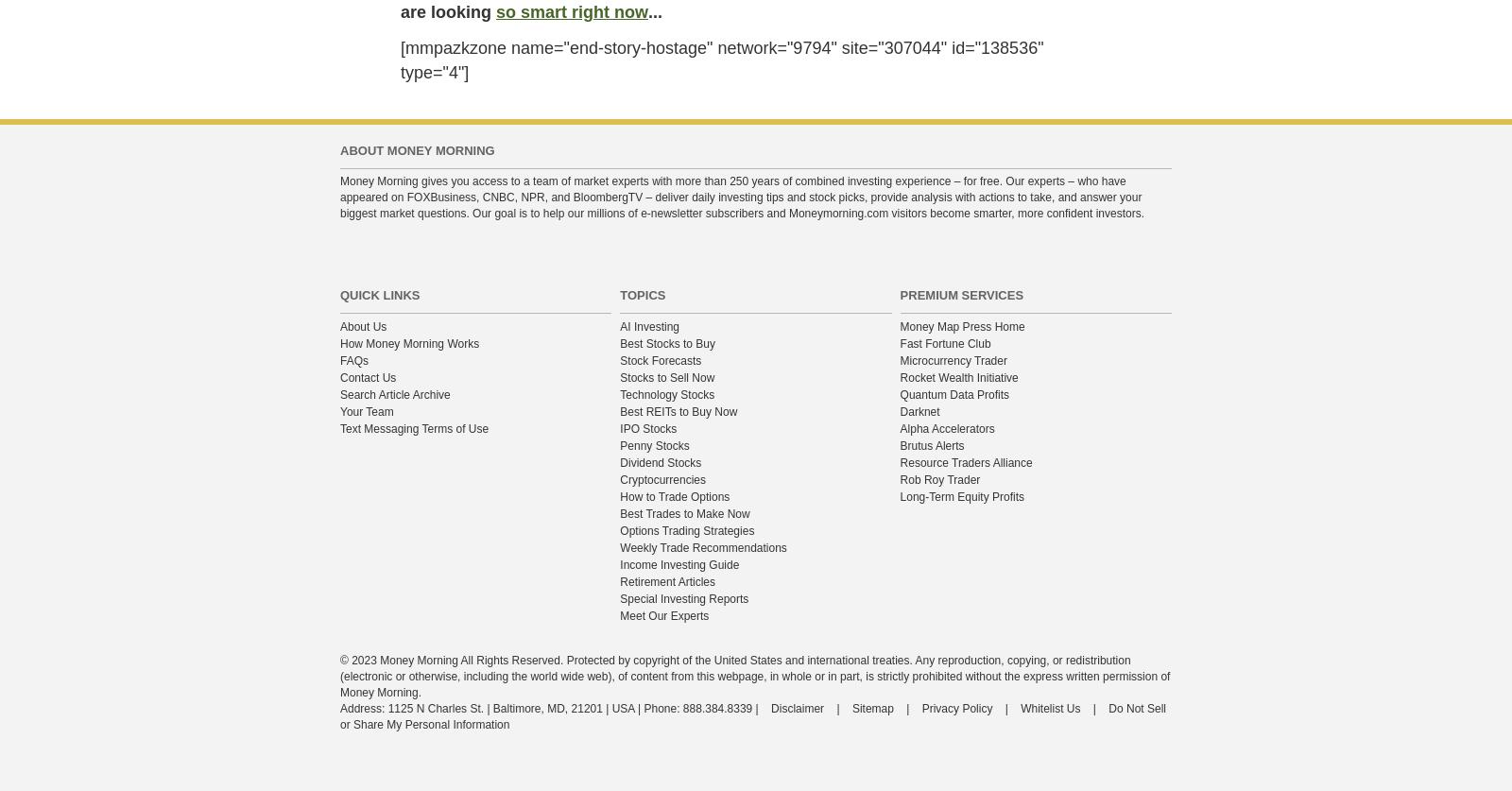  I want to click on 'Quantum Data Profits', so click(899, 394).